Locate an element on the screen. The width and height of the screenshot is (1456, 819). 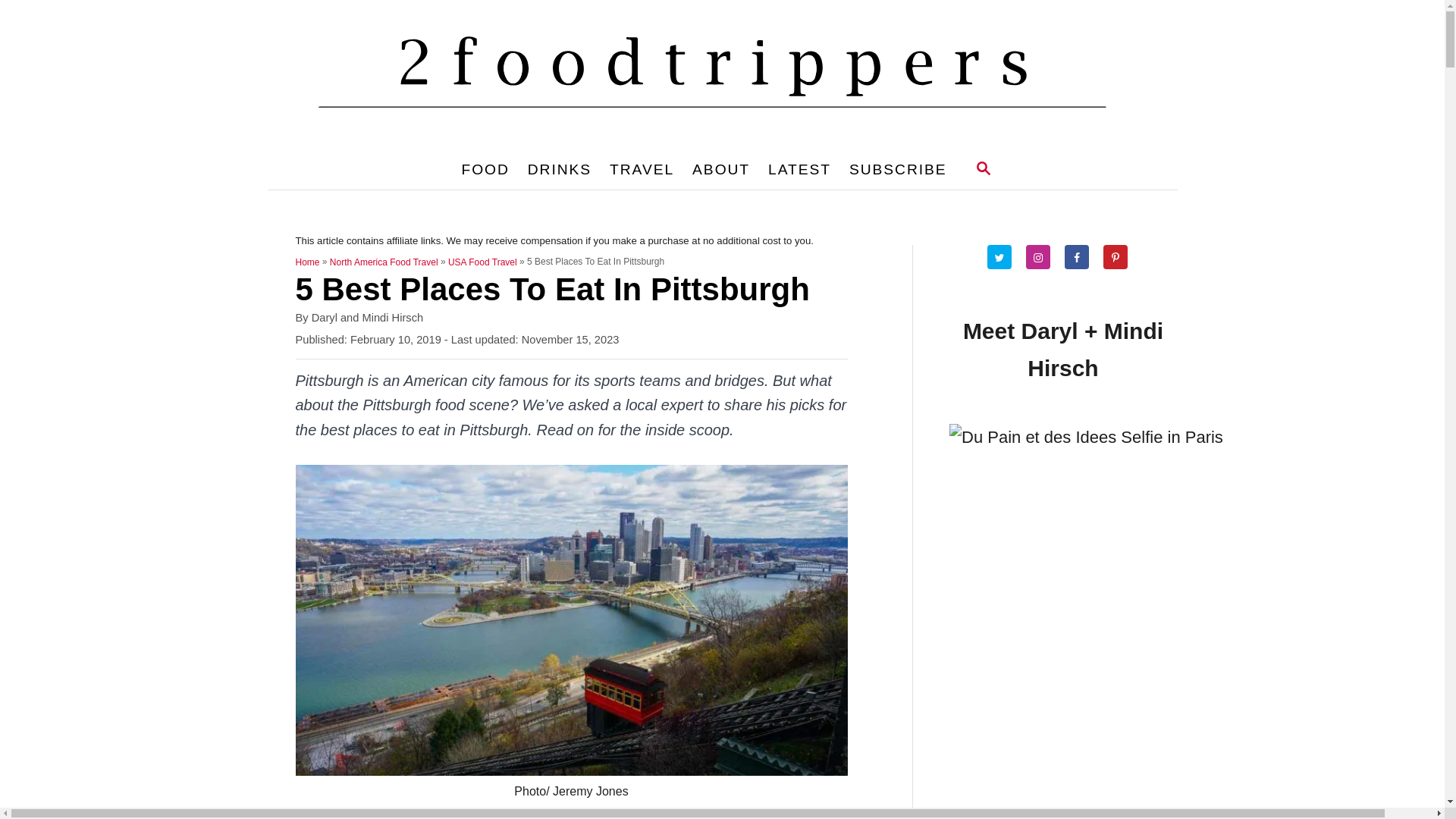
'Follow on Twitter' is located at coordinates (1005, 256).